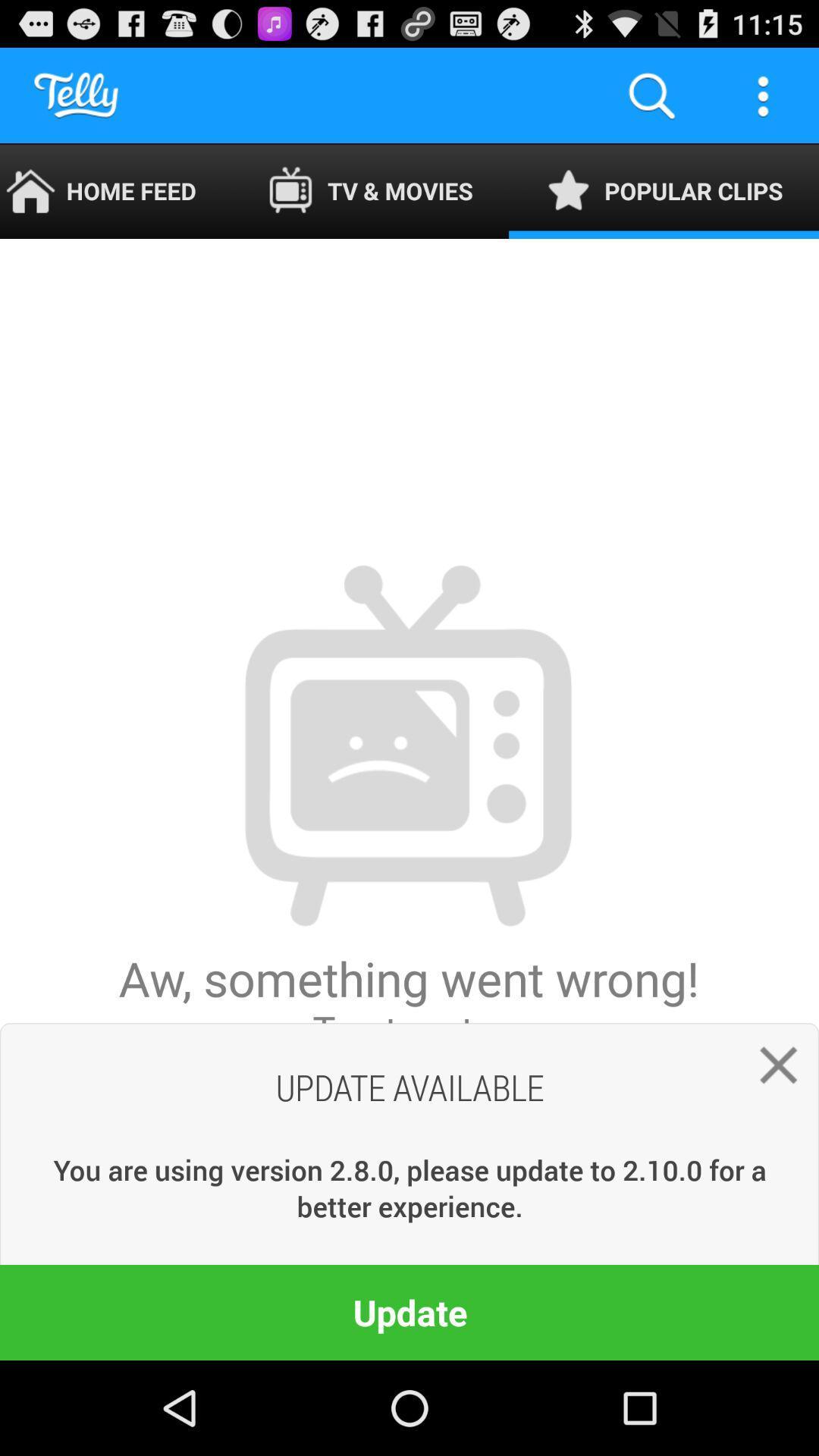 Image resolution: width=819 pixels, height=1456 pixels. What do you see at coordinates (370, 190) in the screenshot?
I see `icon next to popular clips` at bounding box center [370, 190].